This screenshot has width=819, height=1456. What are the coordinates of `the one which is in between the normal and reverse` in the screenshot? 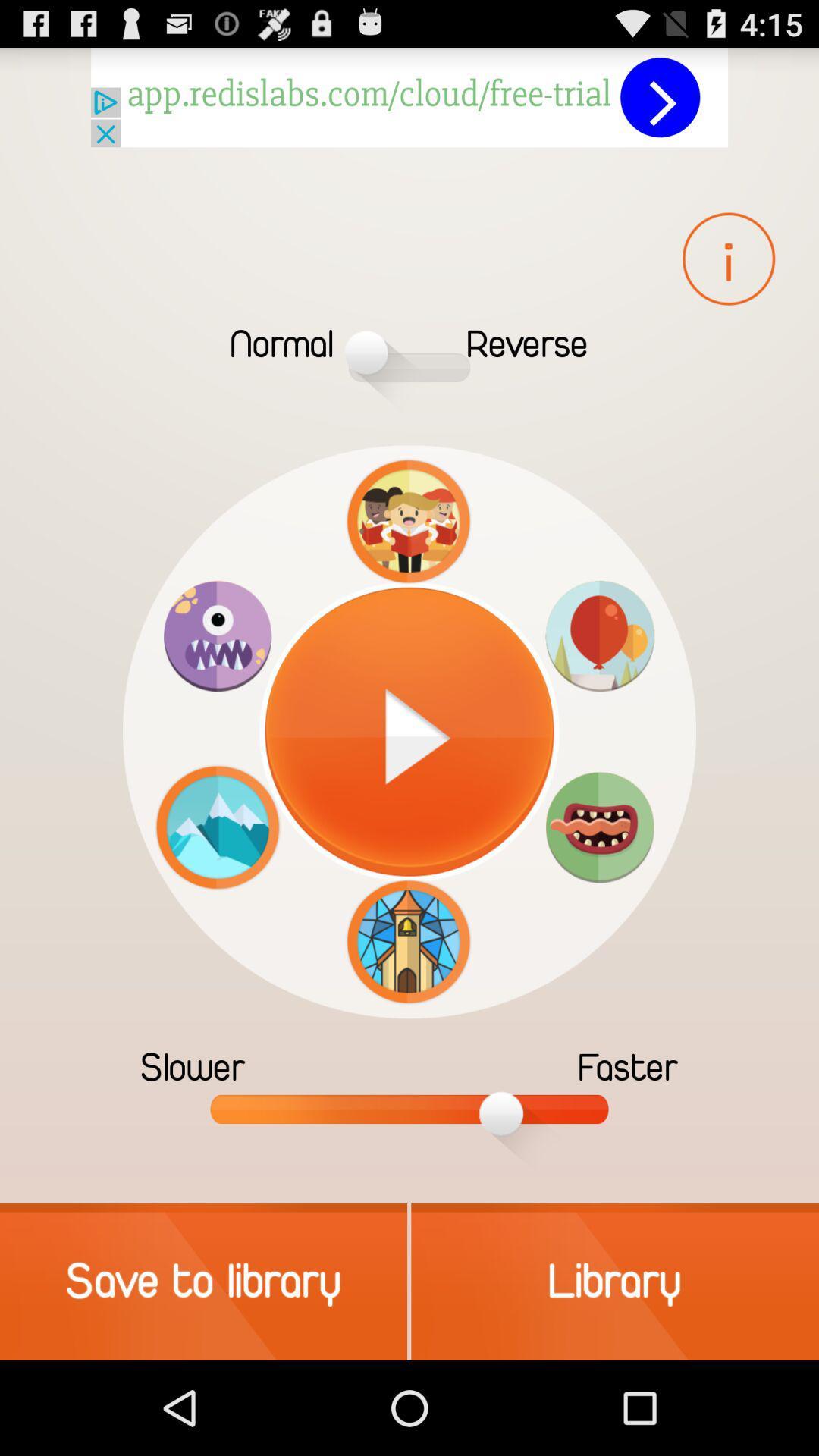 It's located at (409, 351).